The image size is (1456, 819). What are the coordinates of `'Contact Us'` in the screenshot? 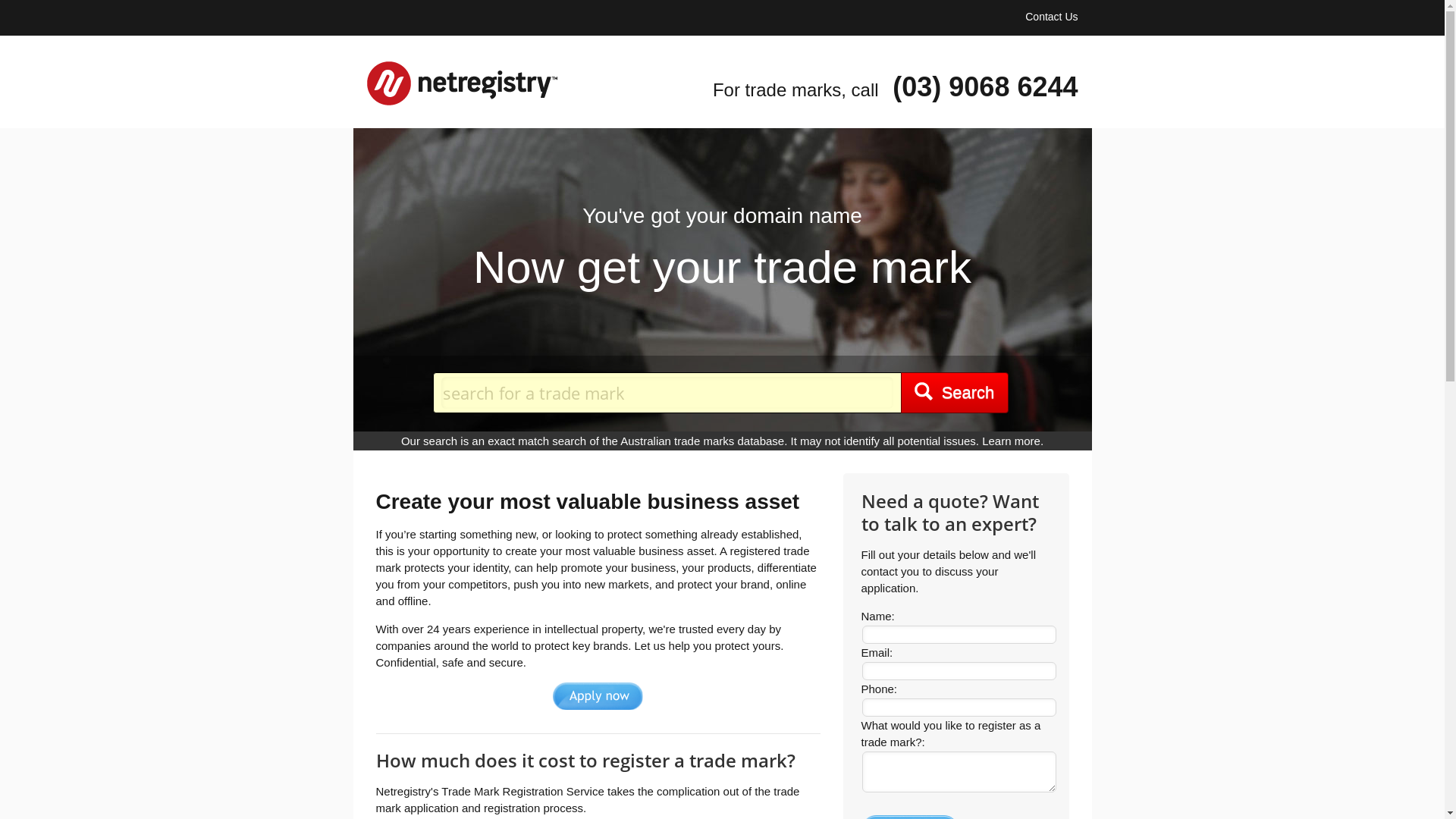 It's located at (1050, 17).